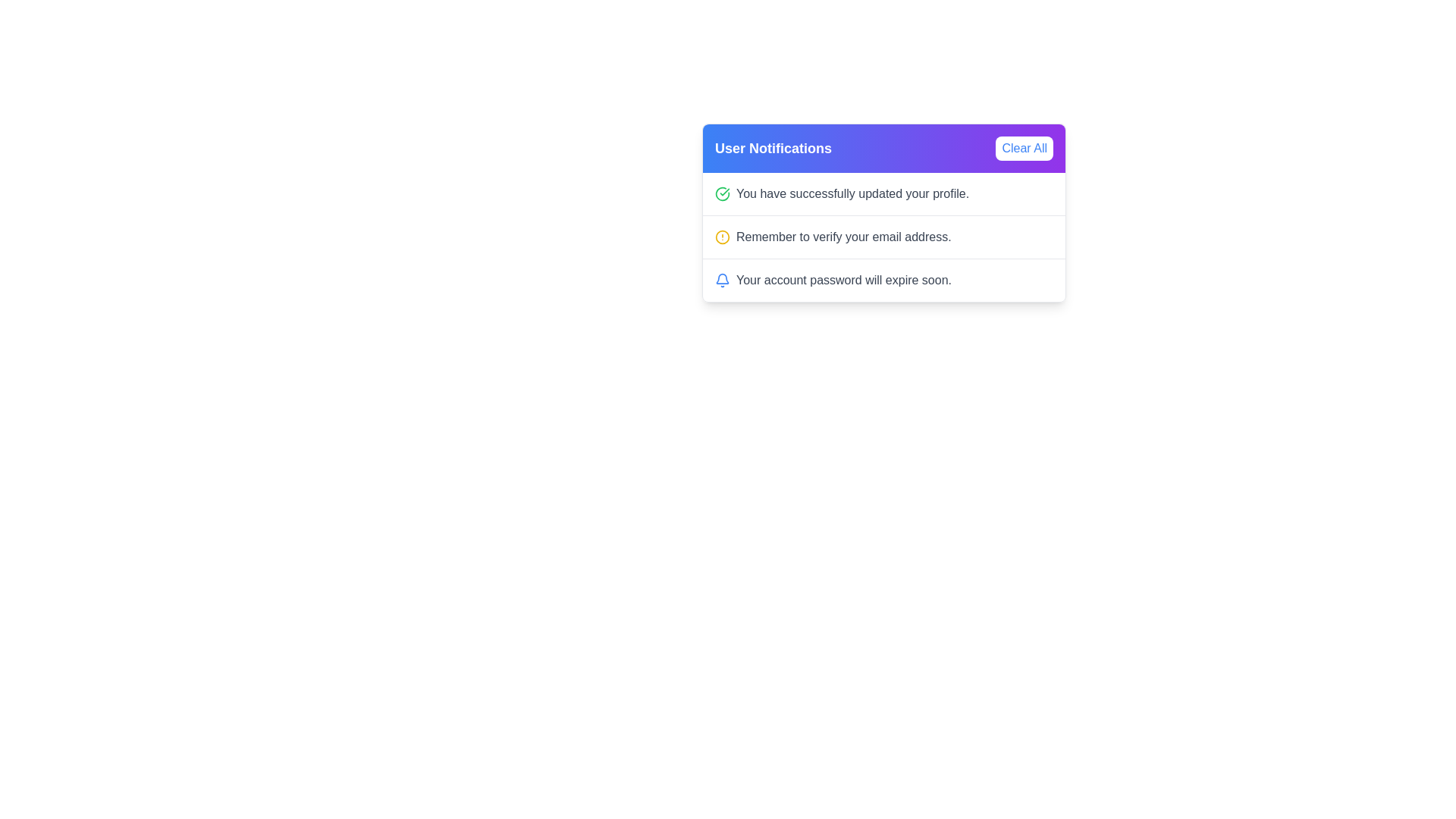 Image resolution: width=1456 pixels, height=819 pixels. Describe the element at coordinates (722, 193) in the screenshot. I see `the decorative green checkmark icon that indicates confirmation, located to the left of the text 'You have successfully updated your profile' within the notification card` at that location.